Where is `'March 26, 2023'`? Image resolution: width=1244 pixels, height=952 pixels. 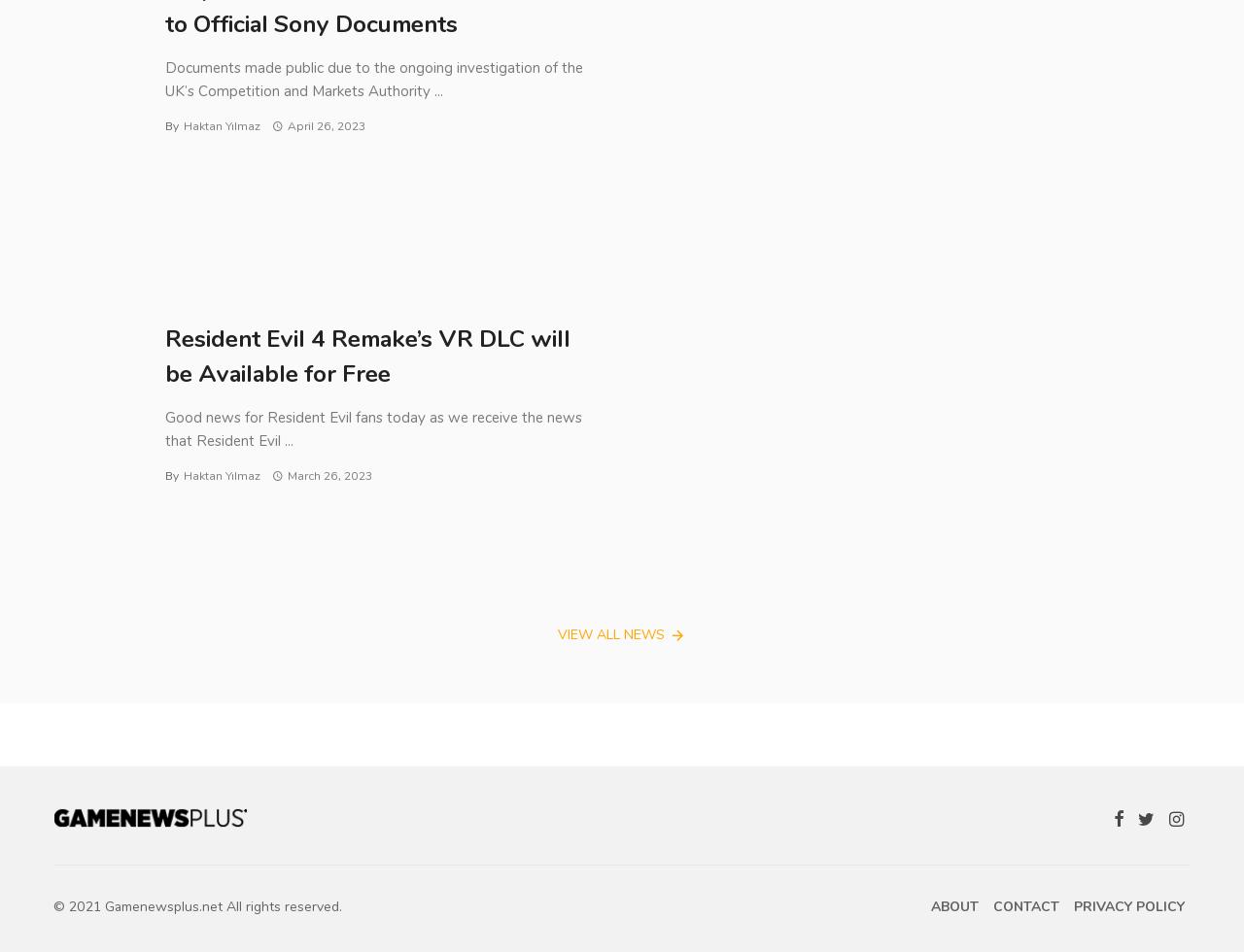 'March 26, 2023' is located at coordinates (328, 475).